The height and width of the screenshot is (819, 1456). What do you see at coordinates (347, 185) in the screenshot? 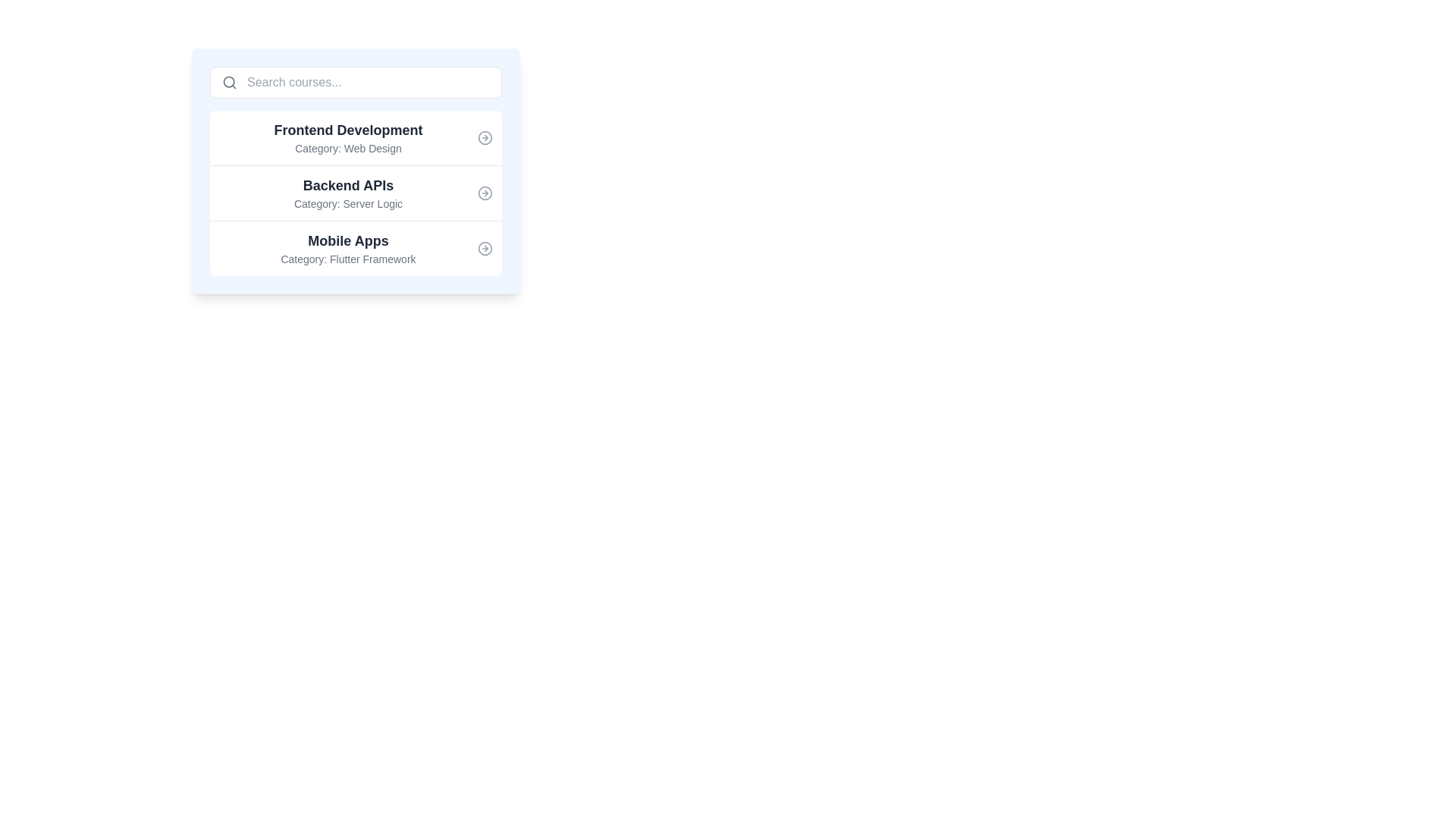
I see `text content of the bold 'Backend APIs' label, which is the second item in the list above 'Category: Server Logic'` at bounding box center [347, 185].